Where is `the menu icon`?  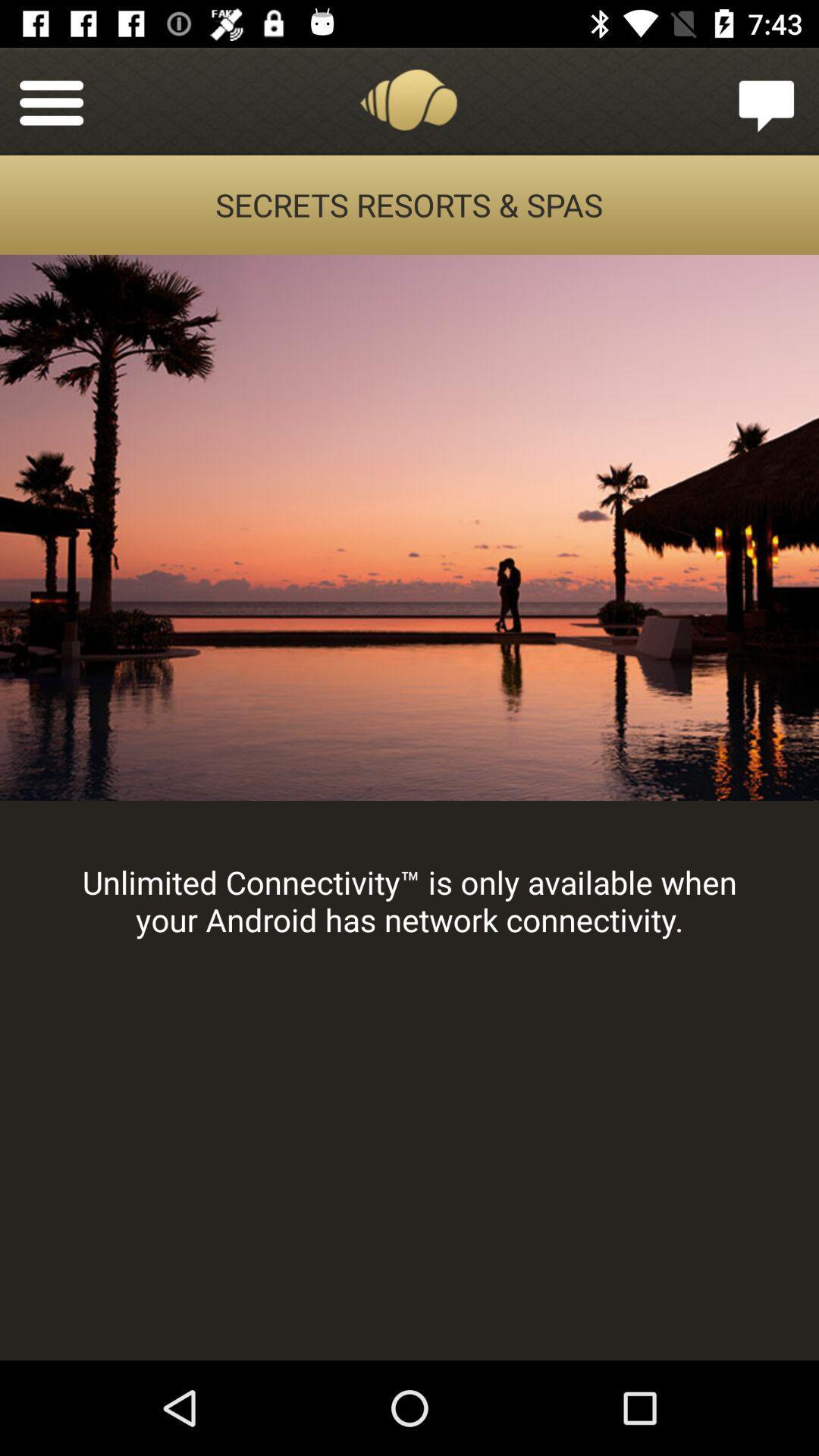
the menu icon is located at coordinates (51, 100).